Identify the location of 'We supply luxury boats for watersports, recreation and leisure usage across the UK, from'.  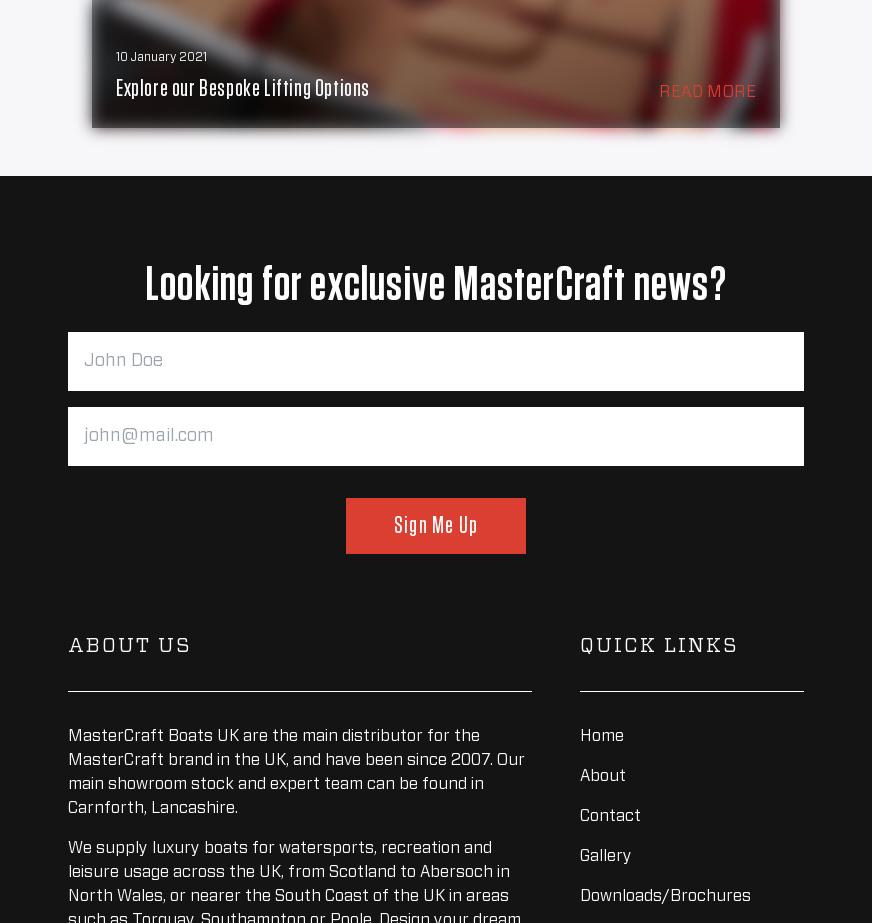
(67, 858).